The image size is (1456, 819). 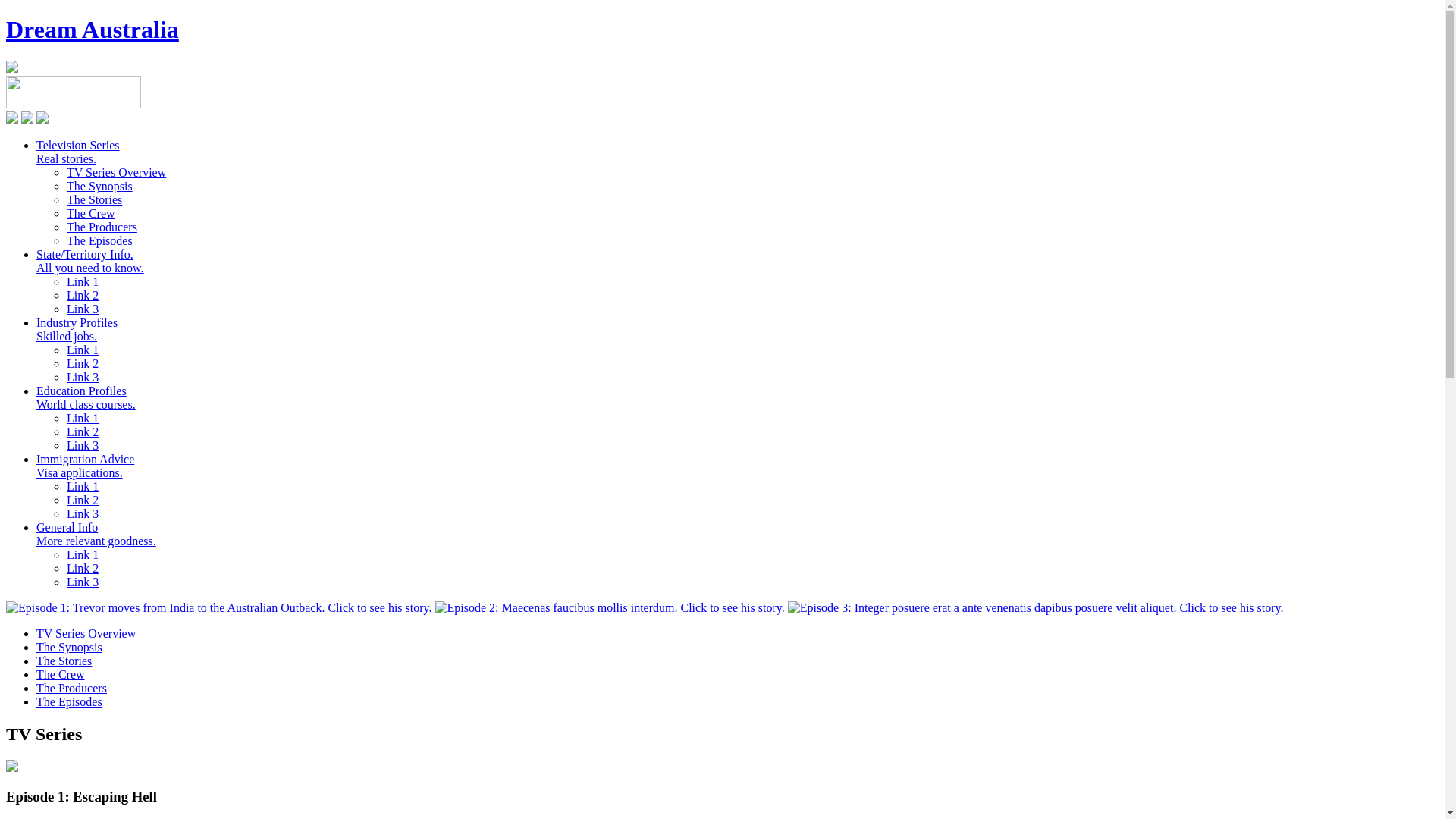 What do you see at coordinates (82, 308) in the screenshot?
I see `'Link 3'` at bounding box center [82, 308].